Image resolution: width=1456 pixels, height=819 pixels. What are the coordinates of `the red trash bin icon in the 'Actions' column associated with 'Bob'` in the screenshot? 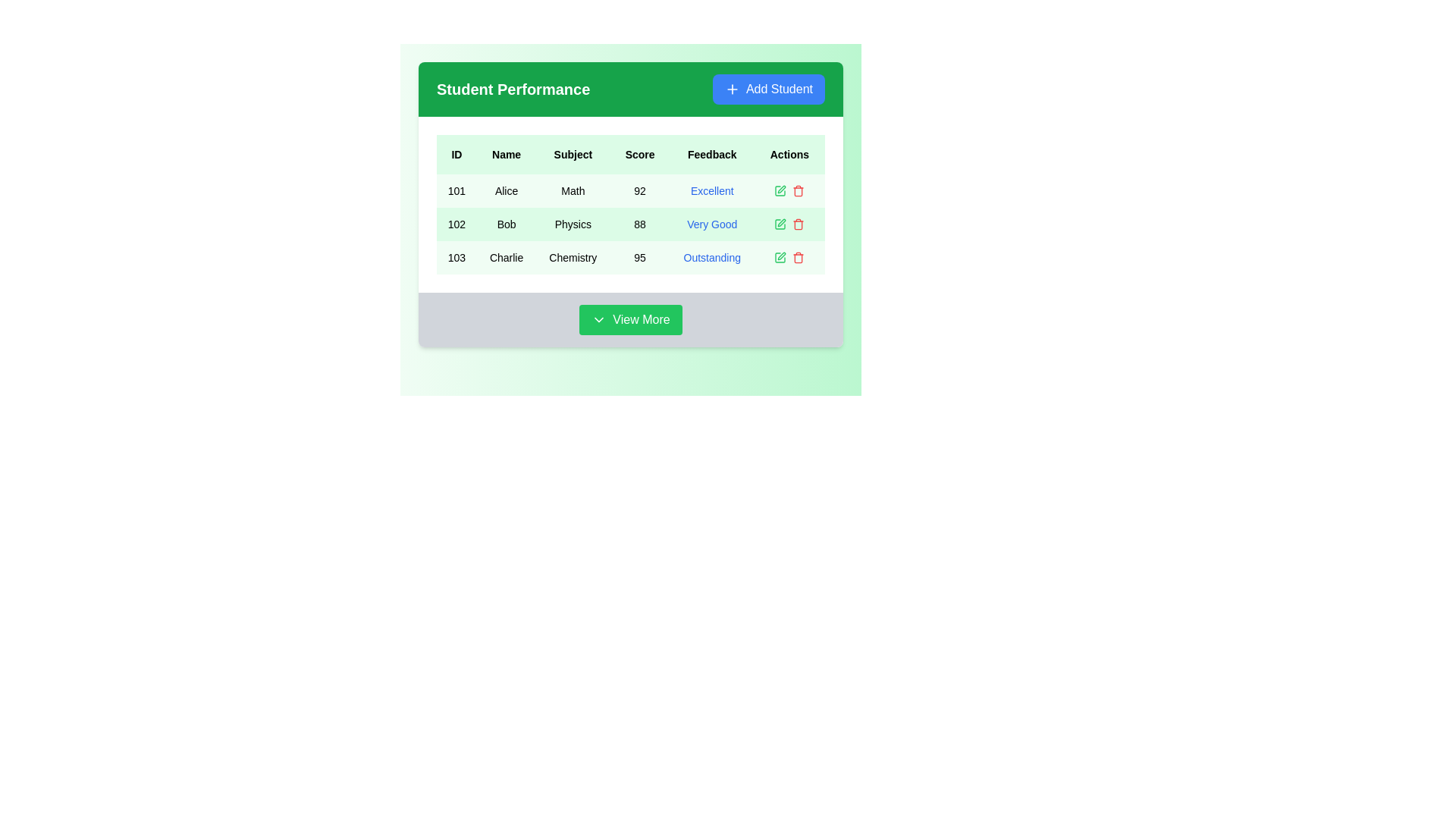 It's located at (798, 224).